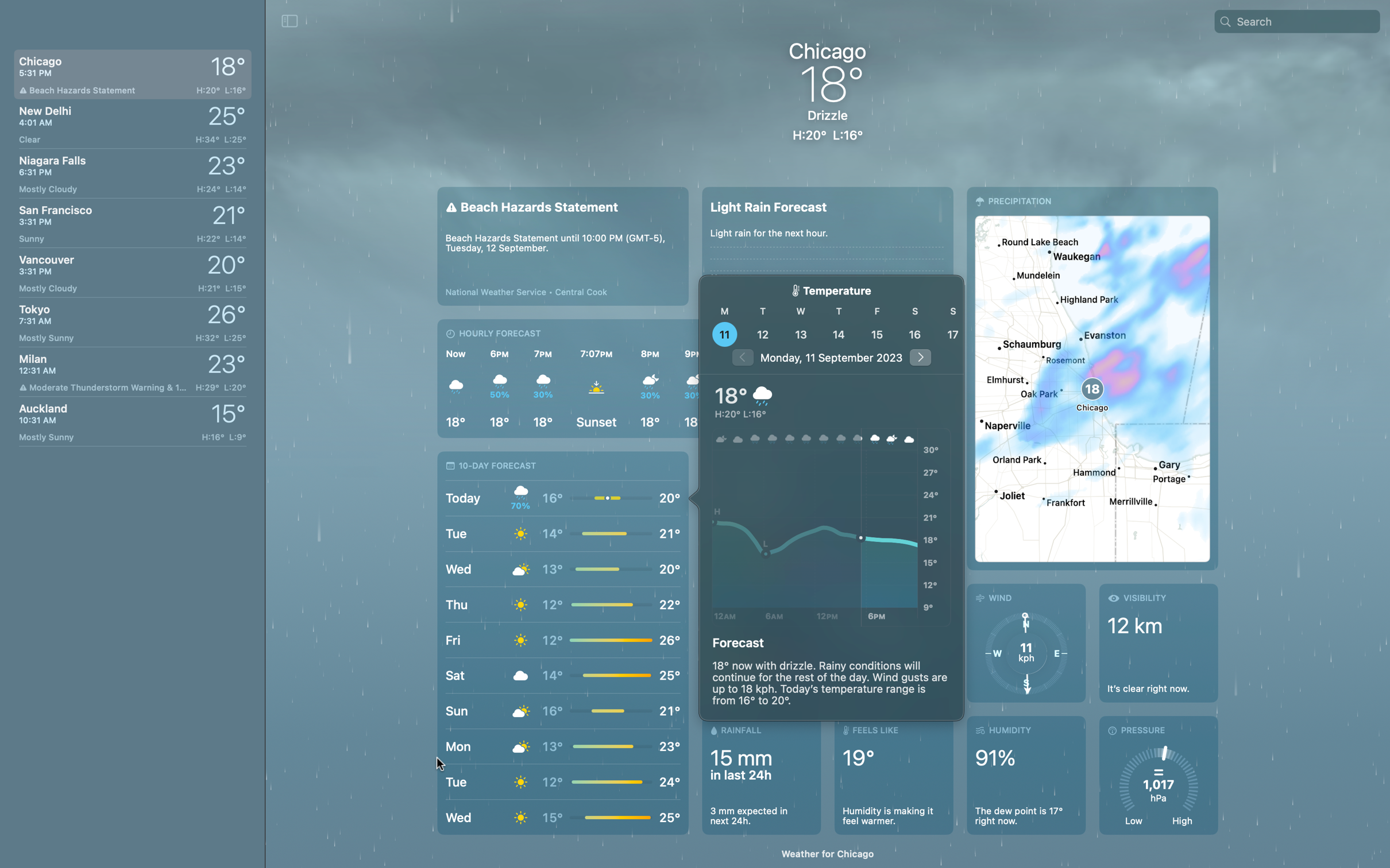  Describe the element at coordinates (130, 219) in the screenshot. I see `Inspect the meteorological condition in San Francisco` at that location.